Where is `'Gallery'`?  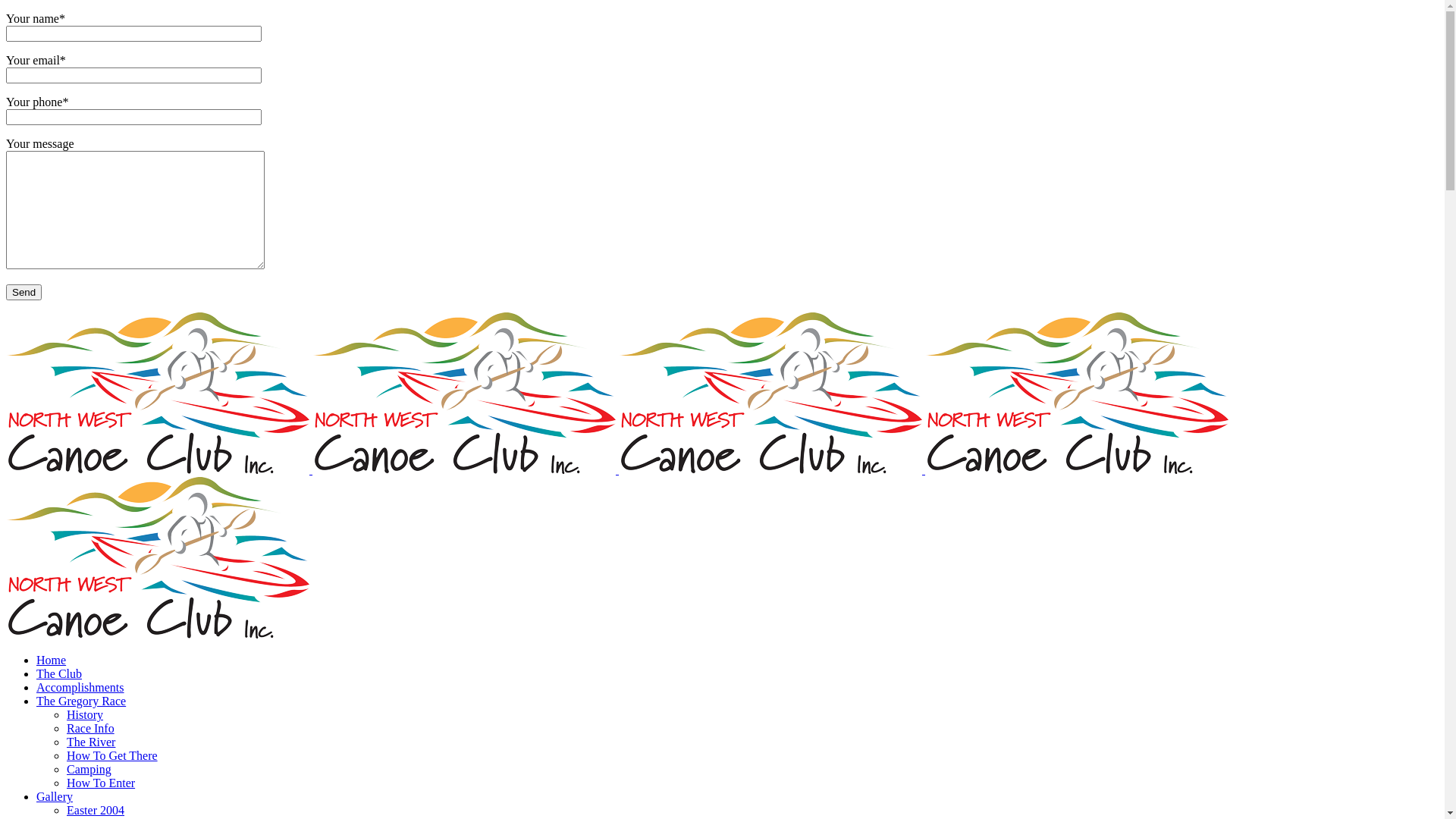
'Gallery' is located at coordinates (55, 795).